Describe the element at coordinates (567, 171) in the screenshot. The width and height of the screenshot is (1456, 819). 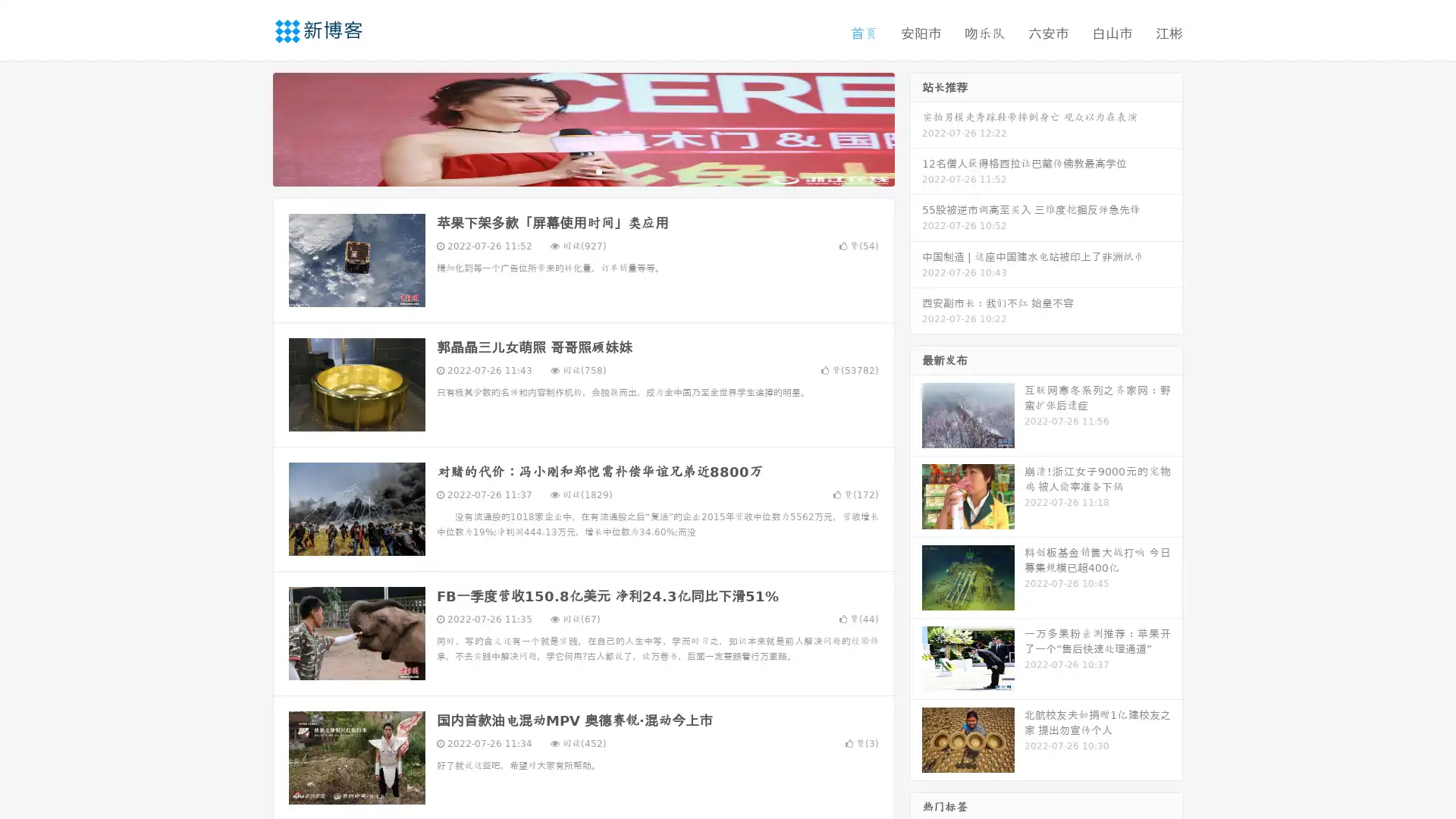
I see `Go to slide 1` at that location.